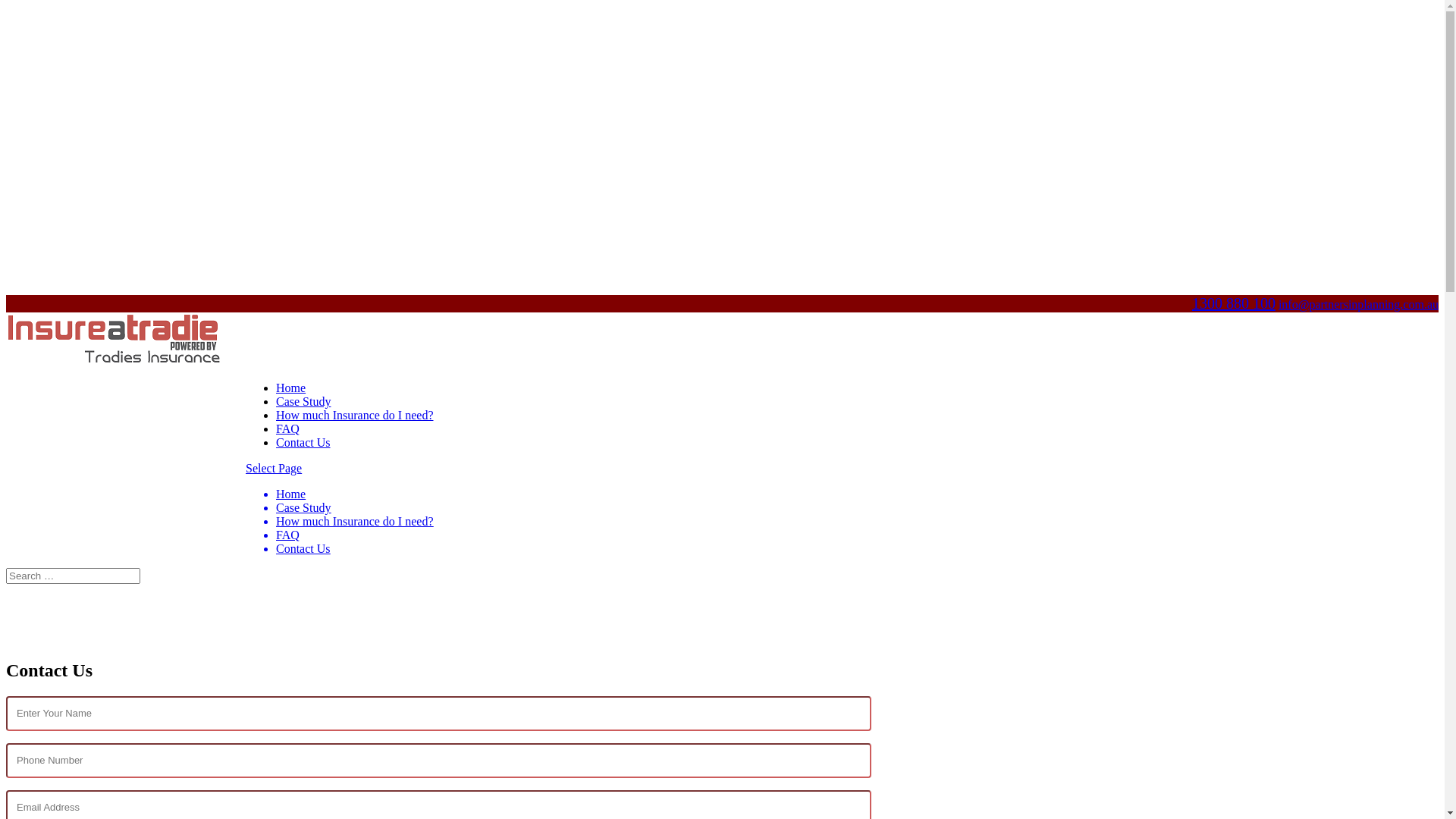 The width and height of the screenshot is (1456, 819). What do you see at coordinates (1277, 304) in the screenshot?
I see `'info@partnersinplanning.com.au'` at bounding box center [1277, 304].